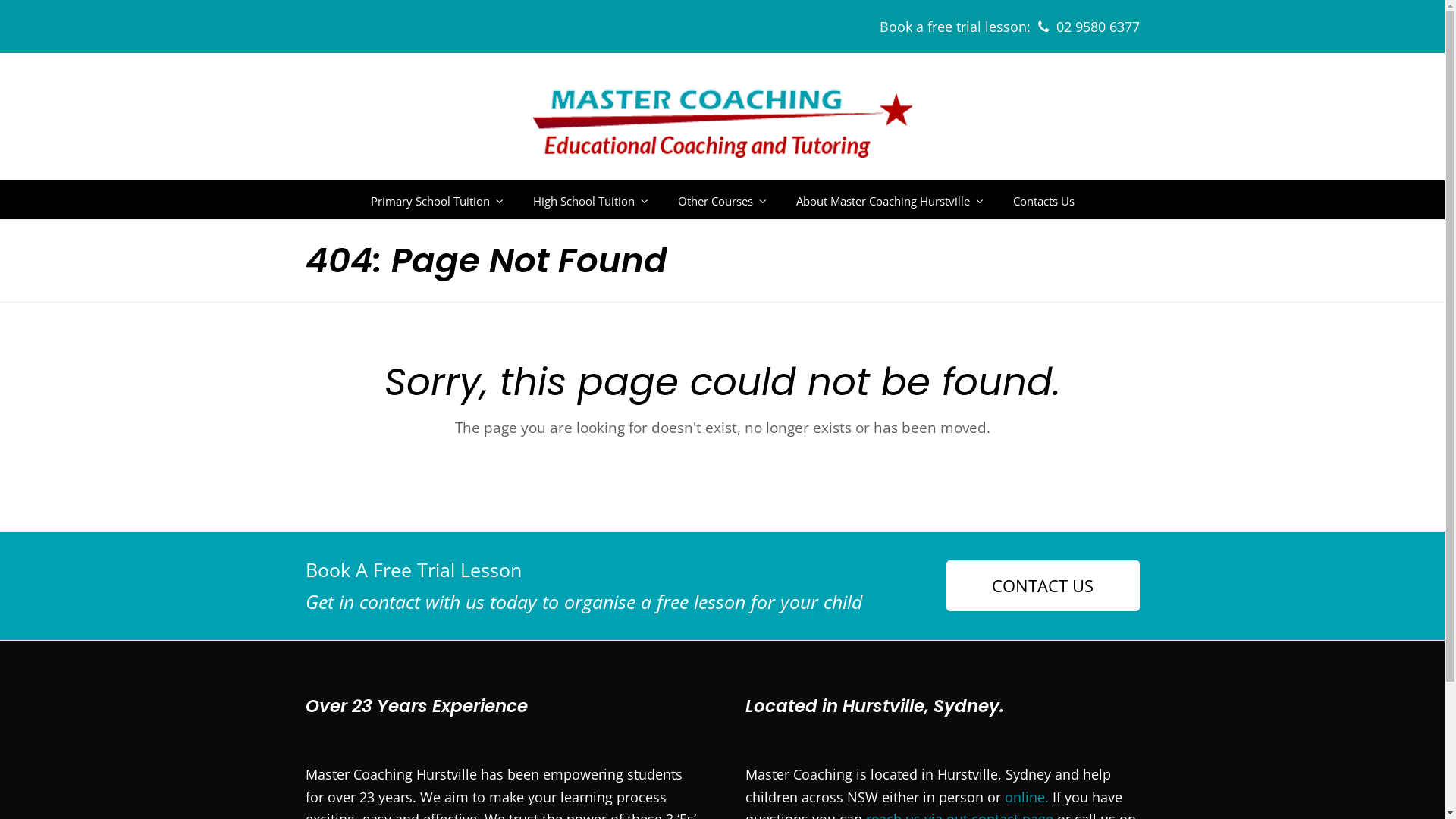 The image size is (1456, 819). What do you see at coordinates (889, 199) in the screenshot?
I see `'About Master Coaching Hurstville'` at bounding box center [889, 199].